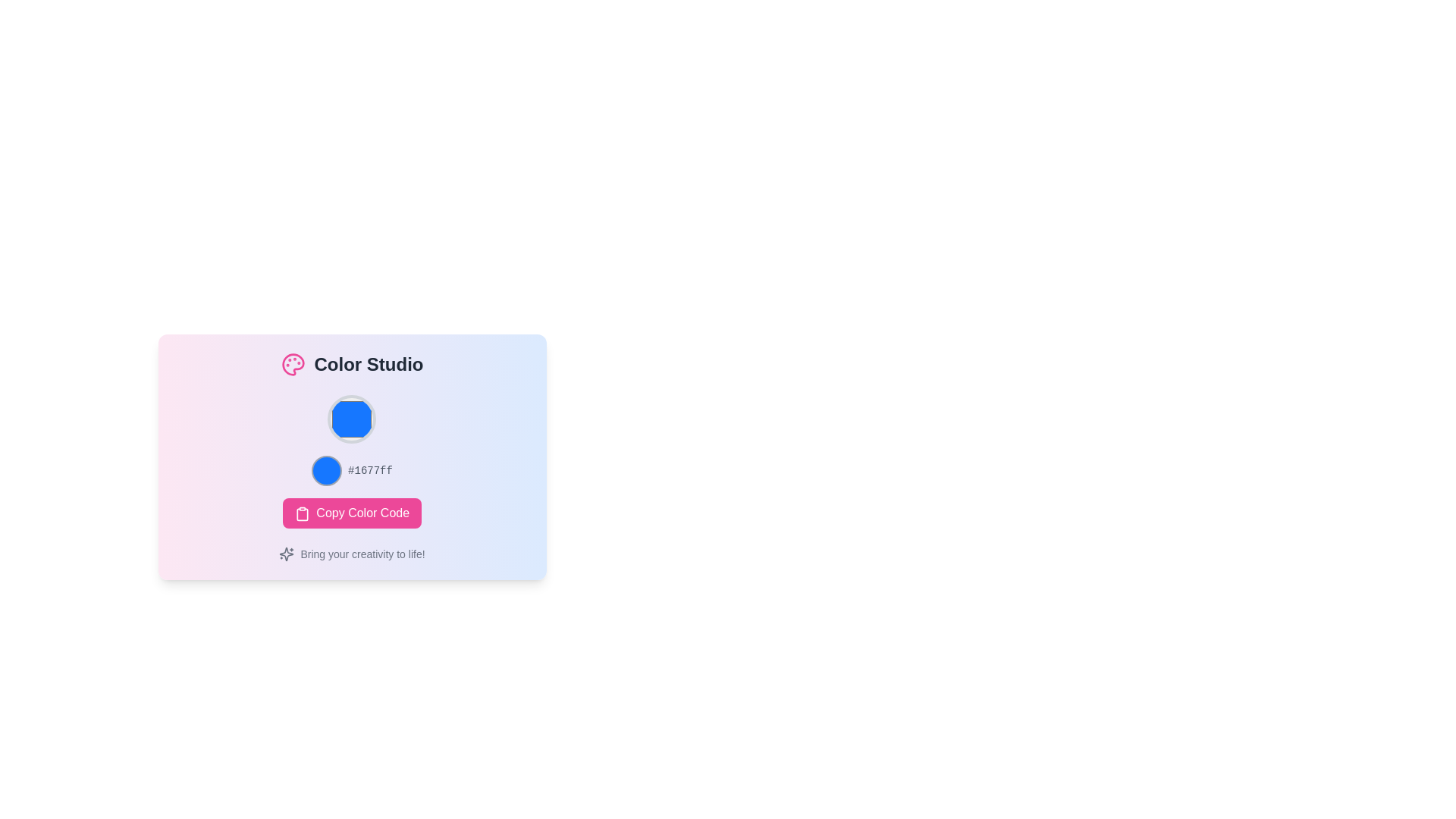  Describe the element at coordinates (351, 513) in the screenshot. I see `the vibrant pink button labeled 'Copy Color Code' with a clipboard icon to copy the color code '#1677ff'` at that location.